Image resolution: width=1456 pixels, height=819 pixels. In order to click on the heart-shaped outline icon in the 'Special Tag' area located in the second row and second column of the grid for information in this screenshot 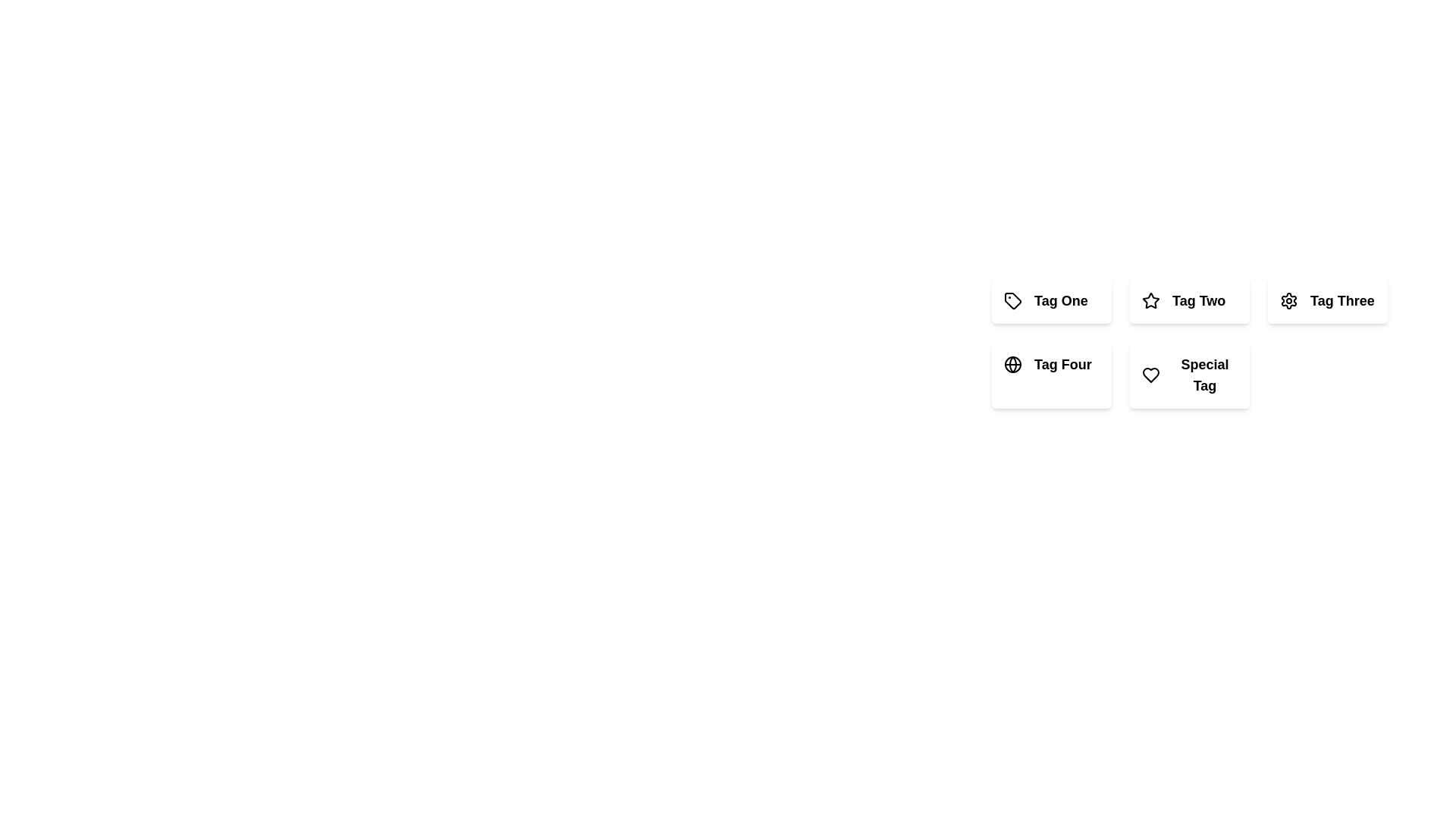, I will do `click(1150, 375)`.